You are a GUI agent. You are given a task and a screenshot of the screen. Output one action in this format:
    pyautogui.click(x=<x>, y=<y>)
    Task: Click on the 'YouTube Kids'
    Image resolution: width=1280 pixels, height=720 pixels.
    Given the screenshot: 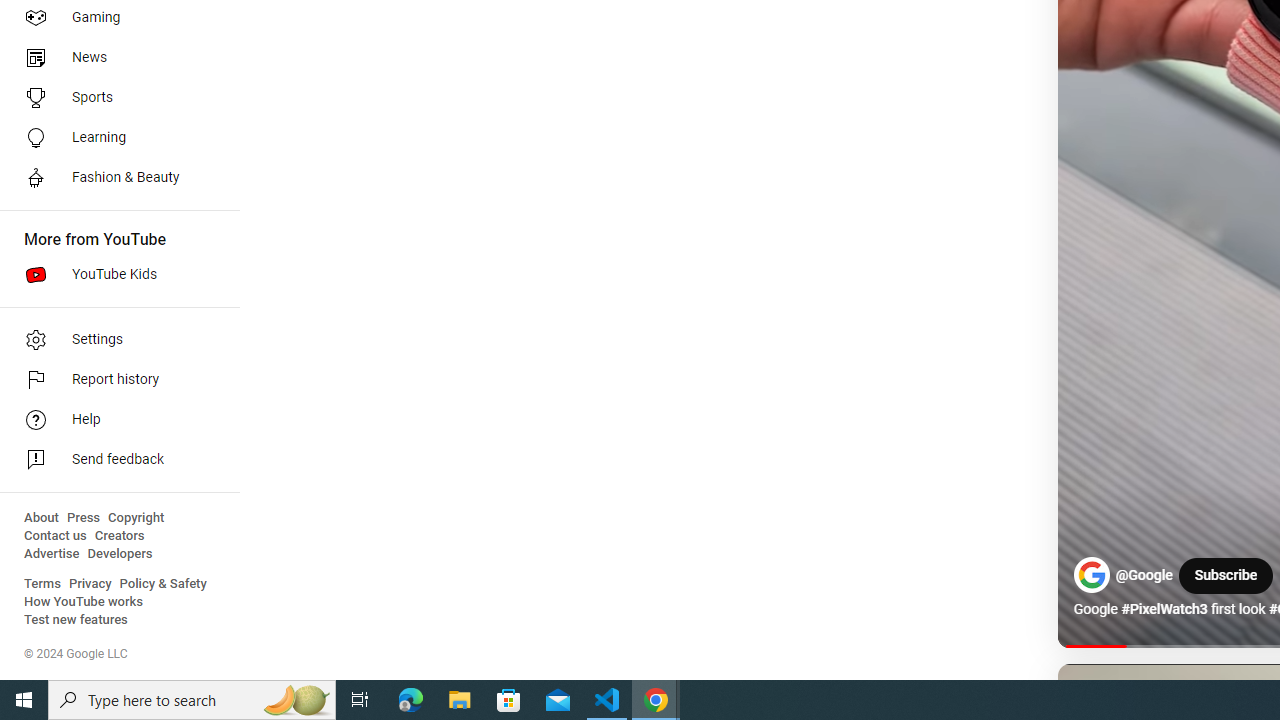 What is the action you would take?
    pyautogui.click(x=112, y=275)
    